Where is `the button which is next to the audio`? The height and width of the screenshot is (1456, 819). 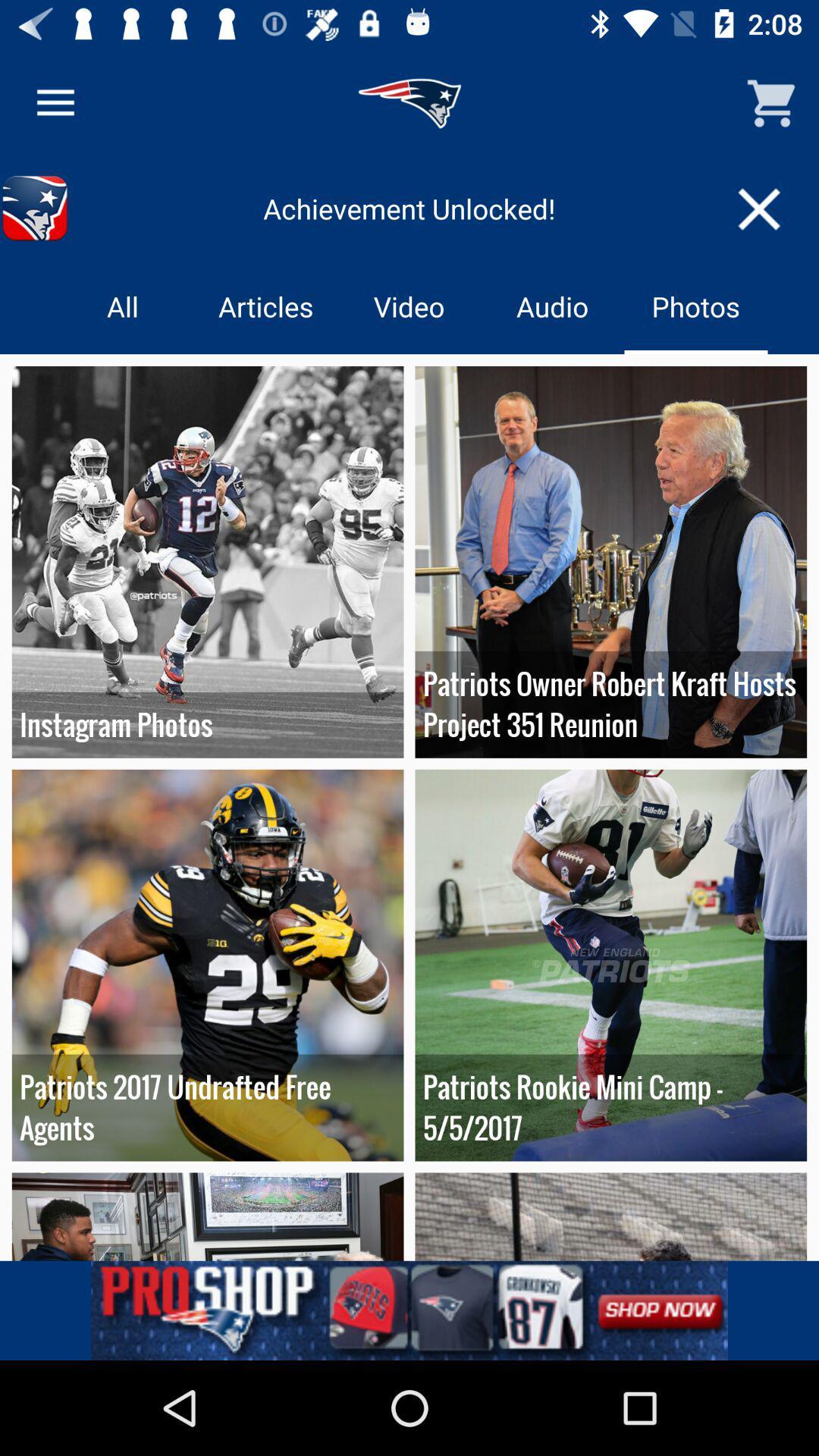
the button which is next to the audio is located at coordinates (696, 305).